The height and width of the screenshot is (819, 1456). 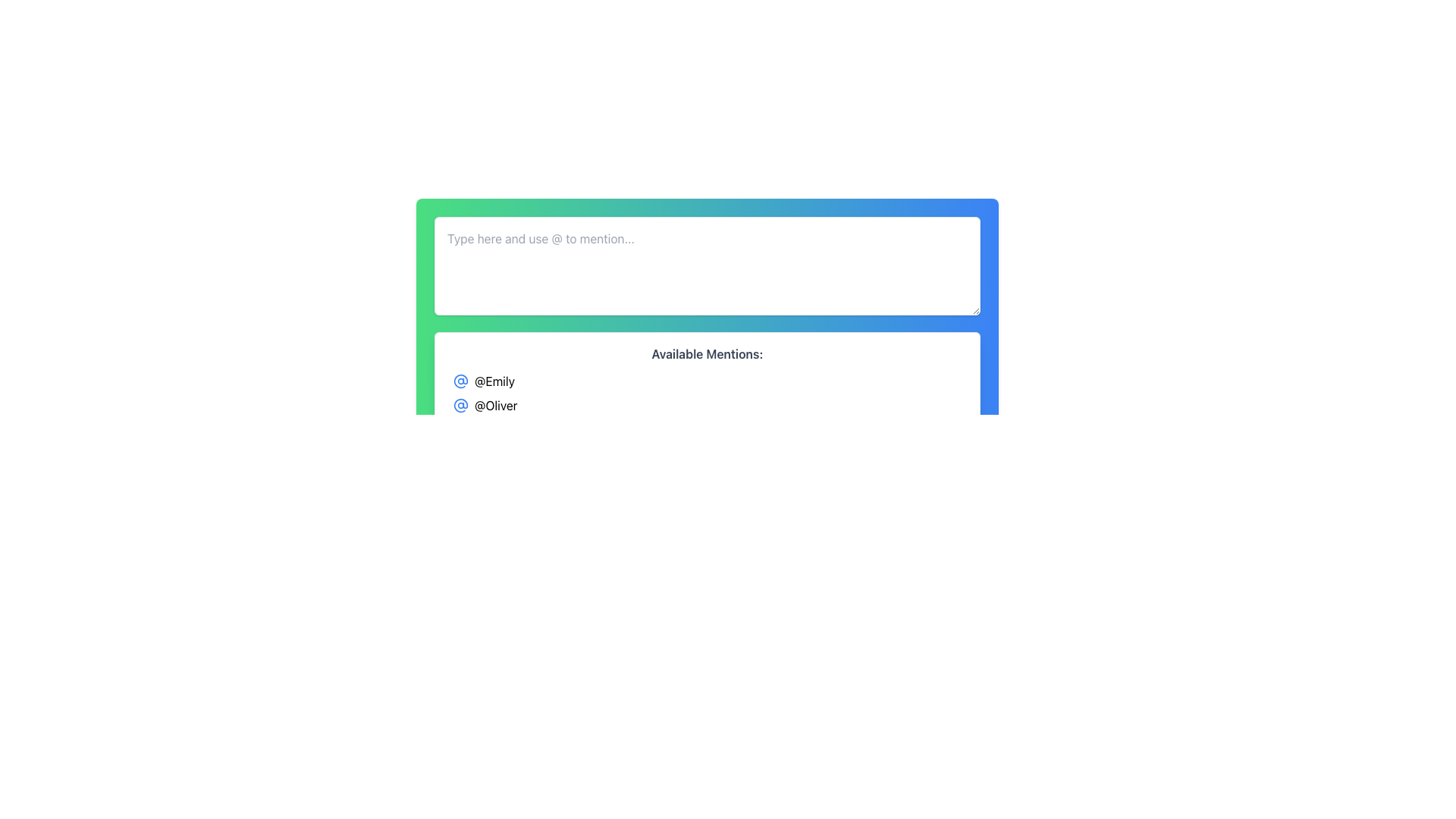 I want to click on the text label 'Available Mentions:' displayed in bold gray font, which serves as a heading or label above the list of items '@Emily', '@Oliver', and '@Jordan', so click(x=706, y=353).